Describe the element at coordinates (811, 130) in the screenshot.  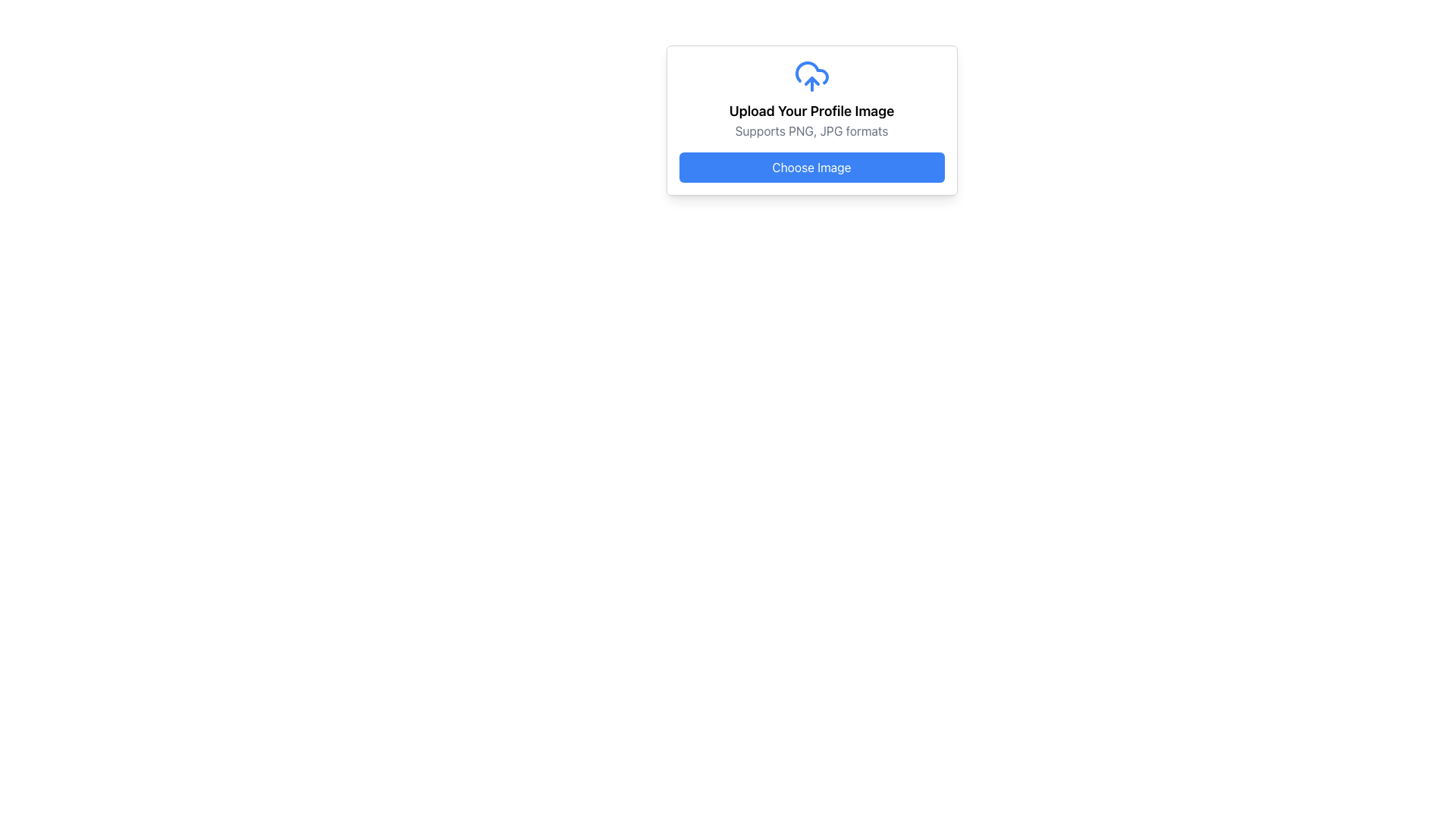
I see `the text label that reads 'Supports PNG, JPG formats', which is located directly below the heading 'Upload Your Profile Image'` at that location.